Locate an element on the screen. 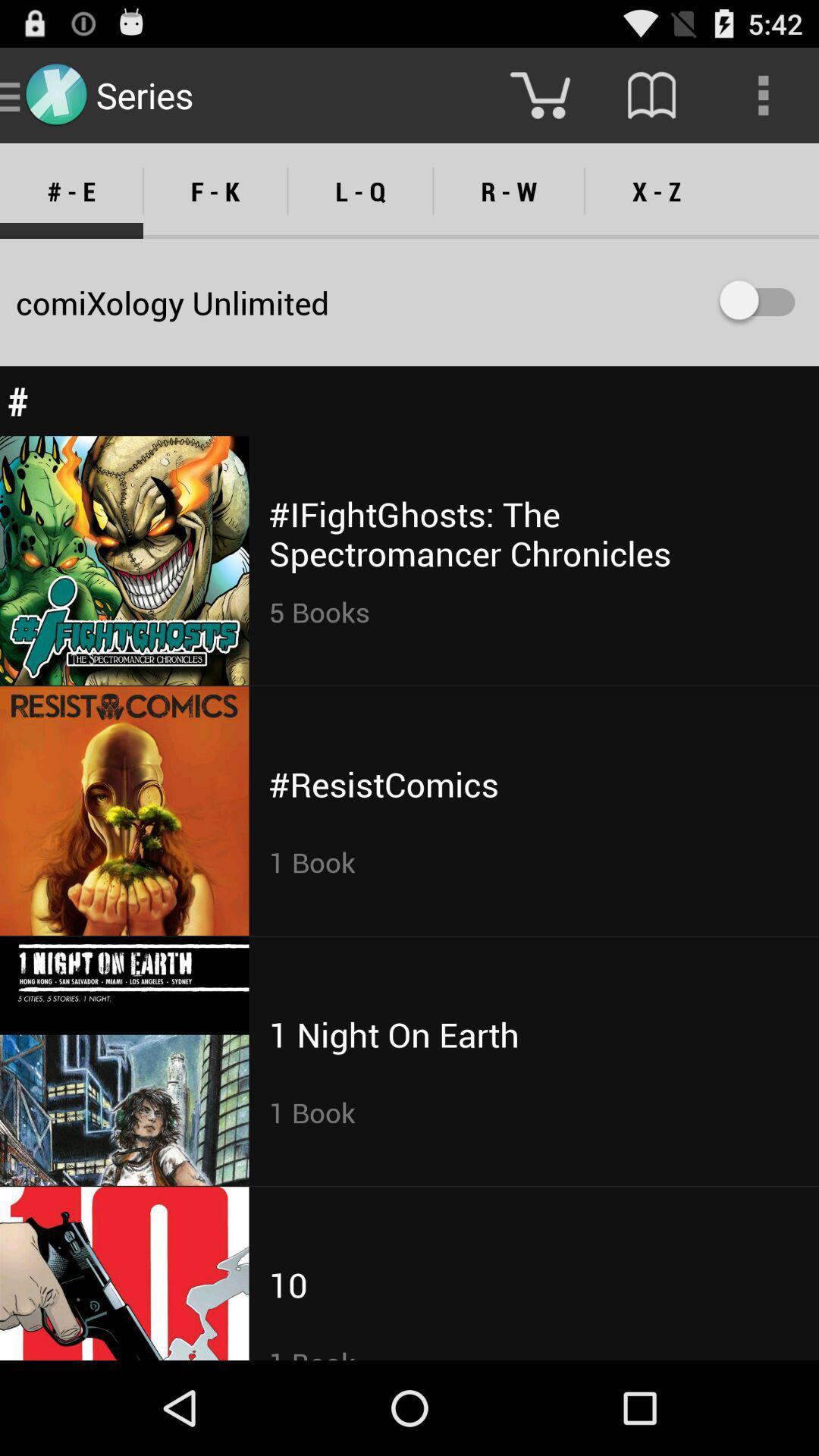  item above the 1 book is located at coordinates (393, 1034).